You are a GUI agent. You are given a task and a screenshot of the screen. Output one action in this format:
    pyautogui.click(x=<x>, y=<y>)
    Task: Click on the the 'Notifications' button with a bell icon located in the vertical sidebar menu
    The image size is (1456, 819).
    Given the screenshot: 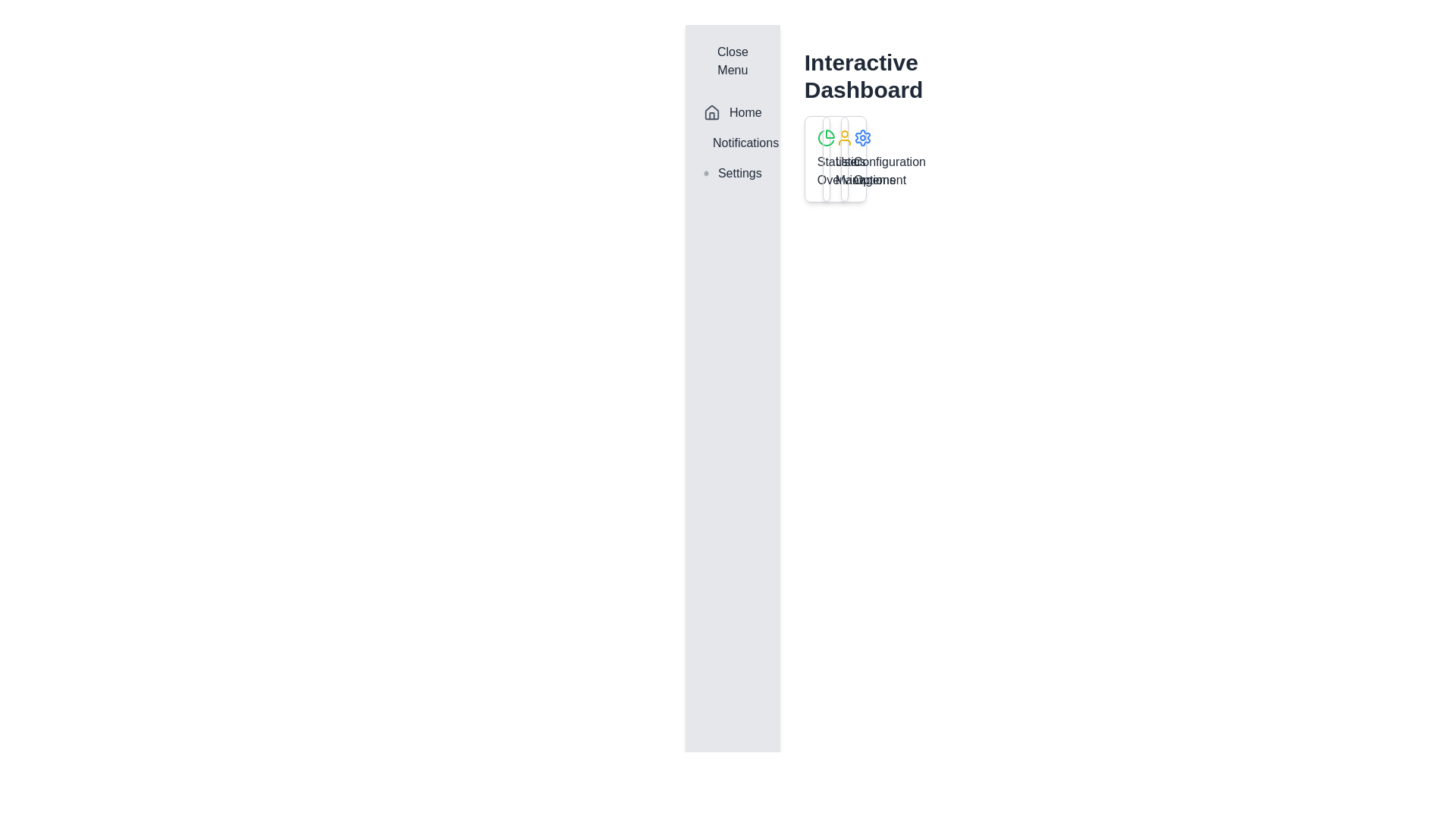 What is the action you would take?
    pyautogui.click(x=733, y=143)
    